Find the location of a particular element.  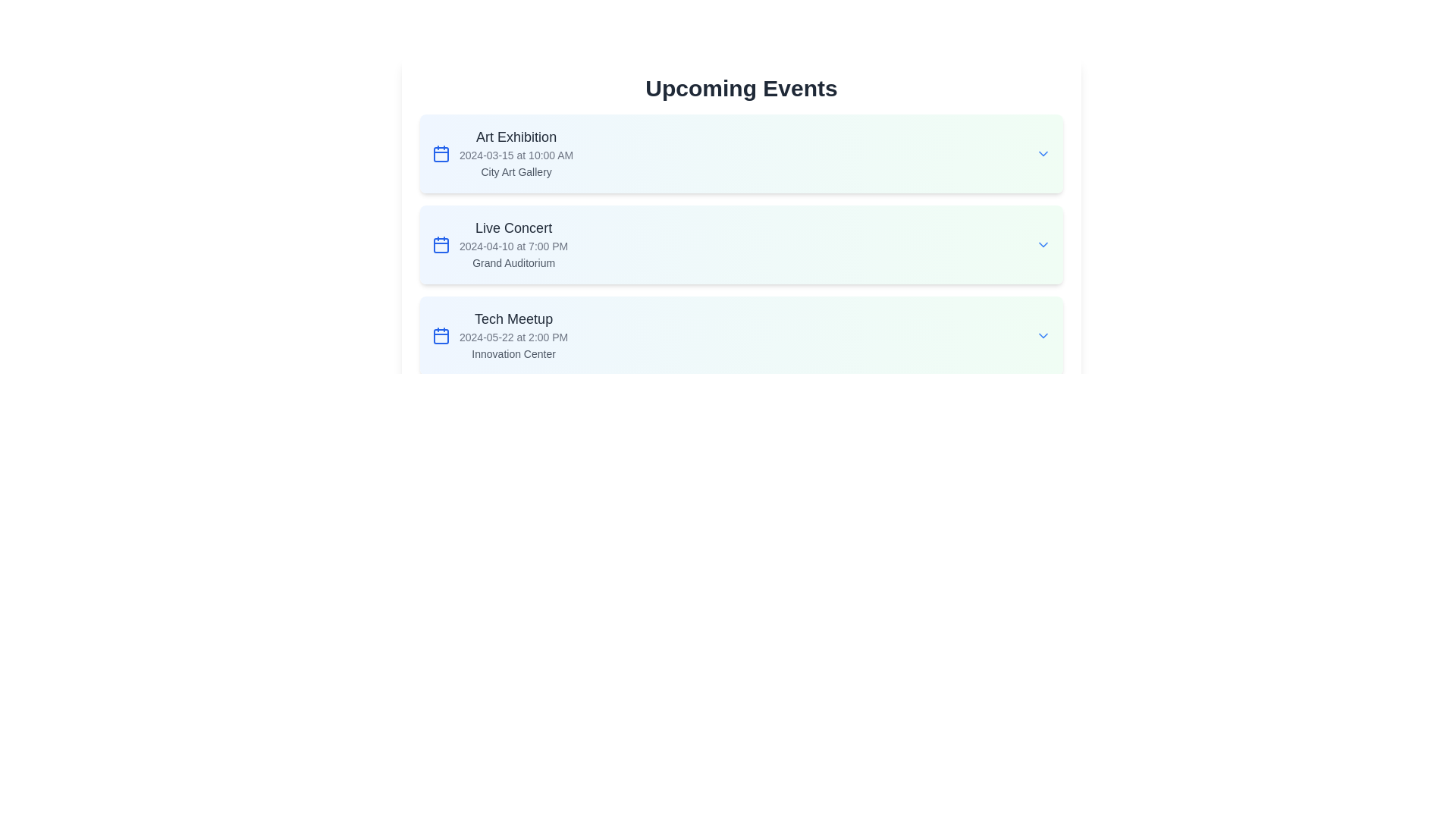

the rectangle shape within the SVG calendar icon on the first event card titled 'Art Exhibition', located to the left of the event title and date text is located at coordinates (440, 155).